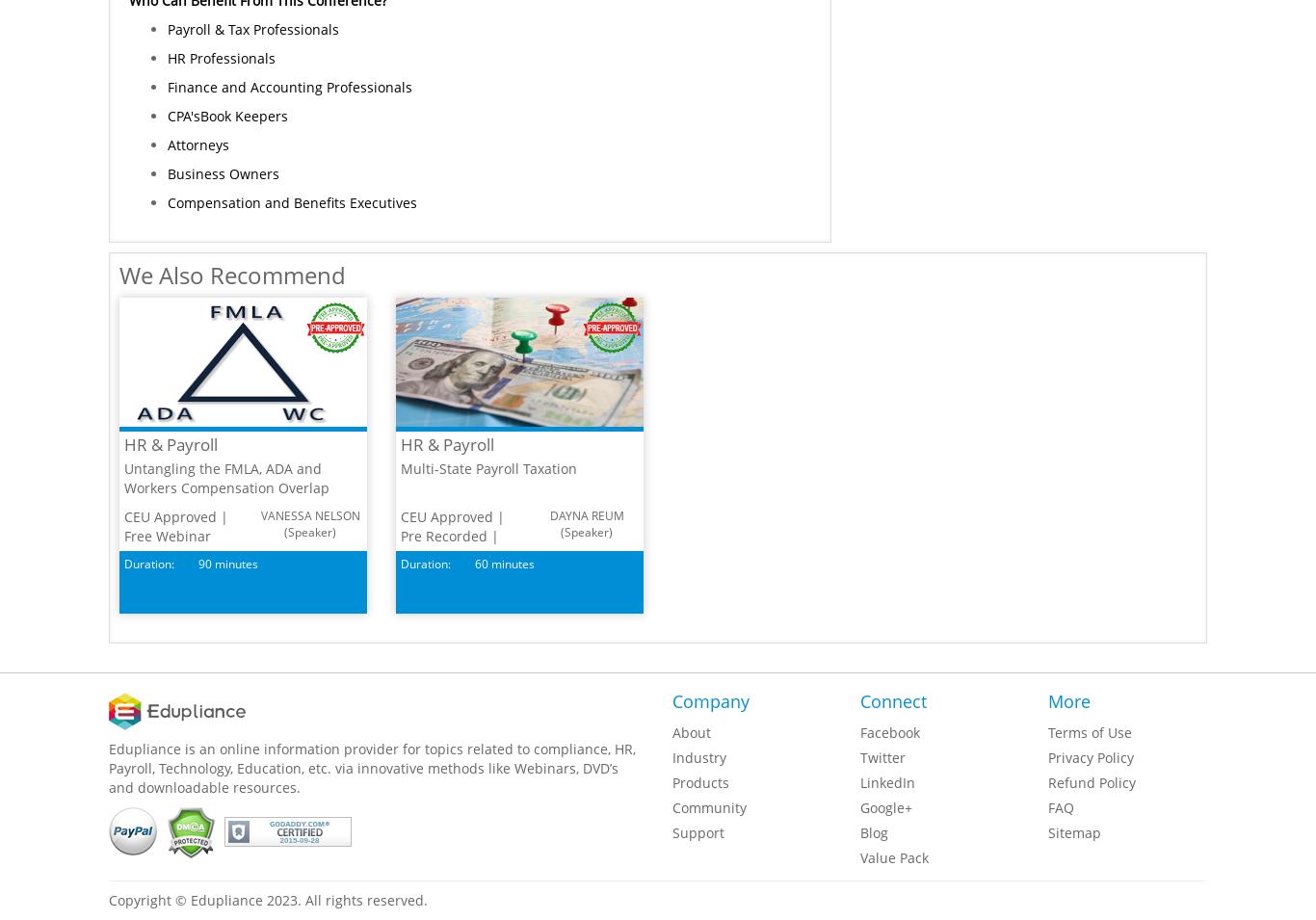  I want to click on 'Twitter', so click(882, 756).